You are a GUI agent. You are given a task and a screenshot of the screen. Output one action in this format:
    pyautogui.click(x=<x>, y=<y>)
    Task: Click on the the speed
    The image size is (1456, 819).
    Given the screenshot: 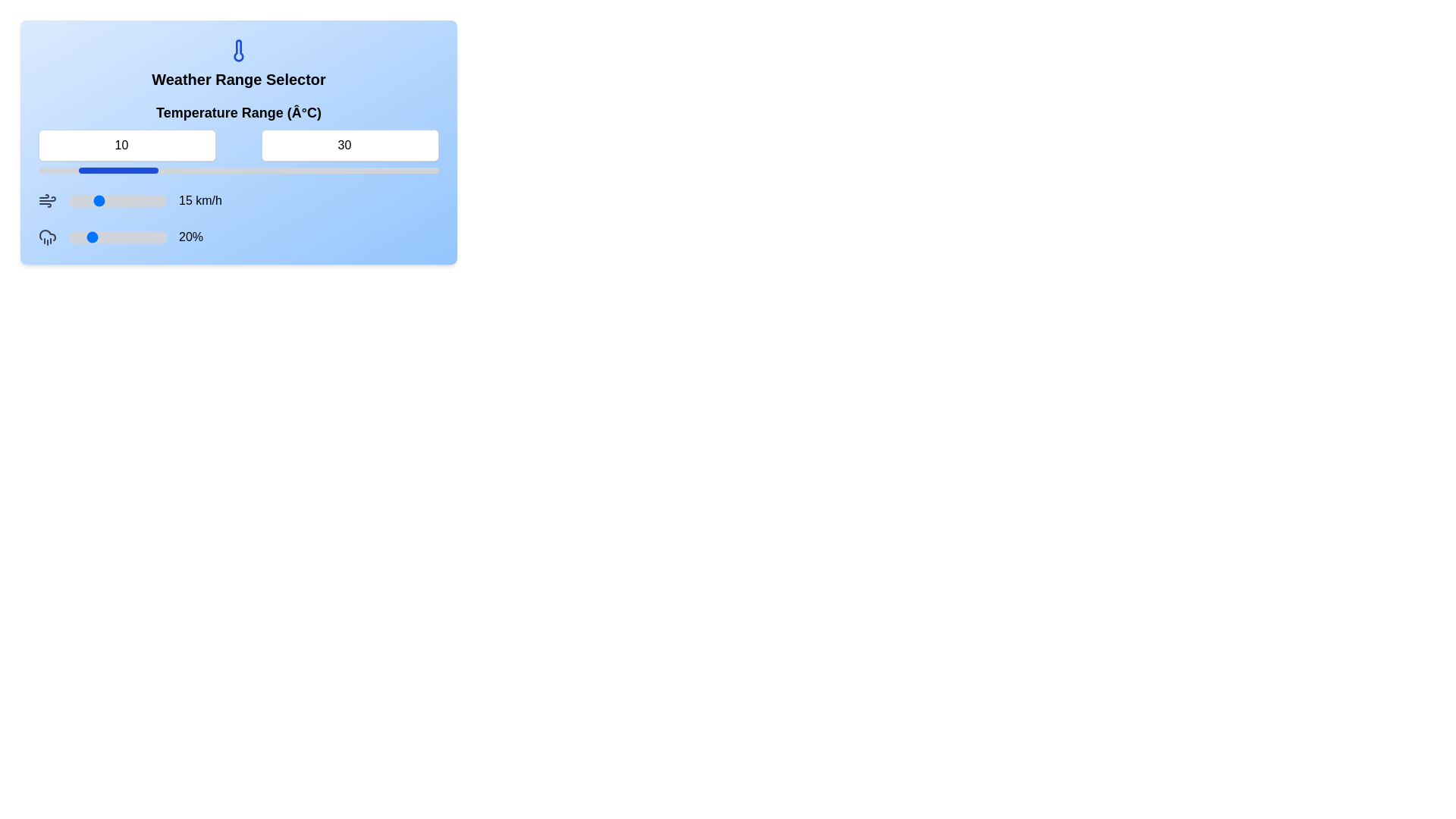 What is the action you would take?
    pyautogui.click(x=68, y=200)
    